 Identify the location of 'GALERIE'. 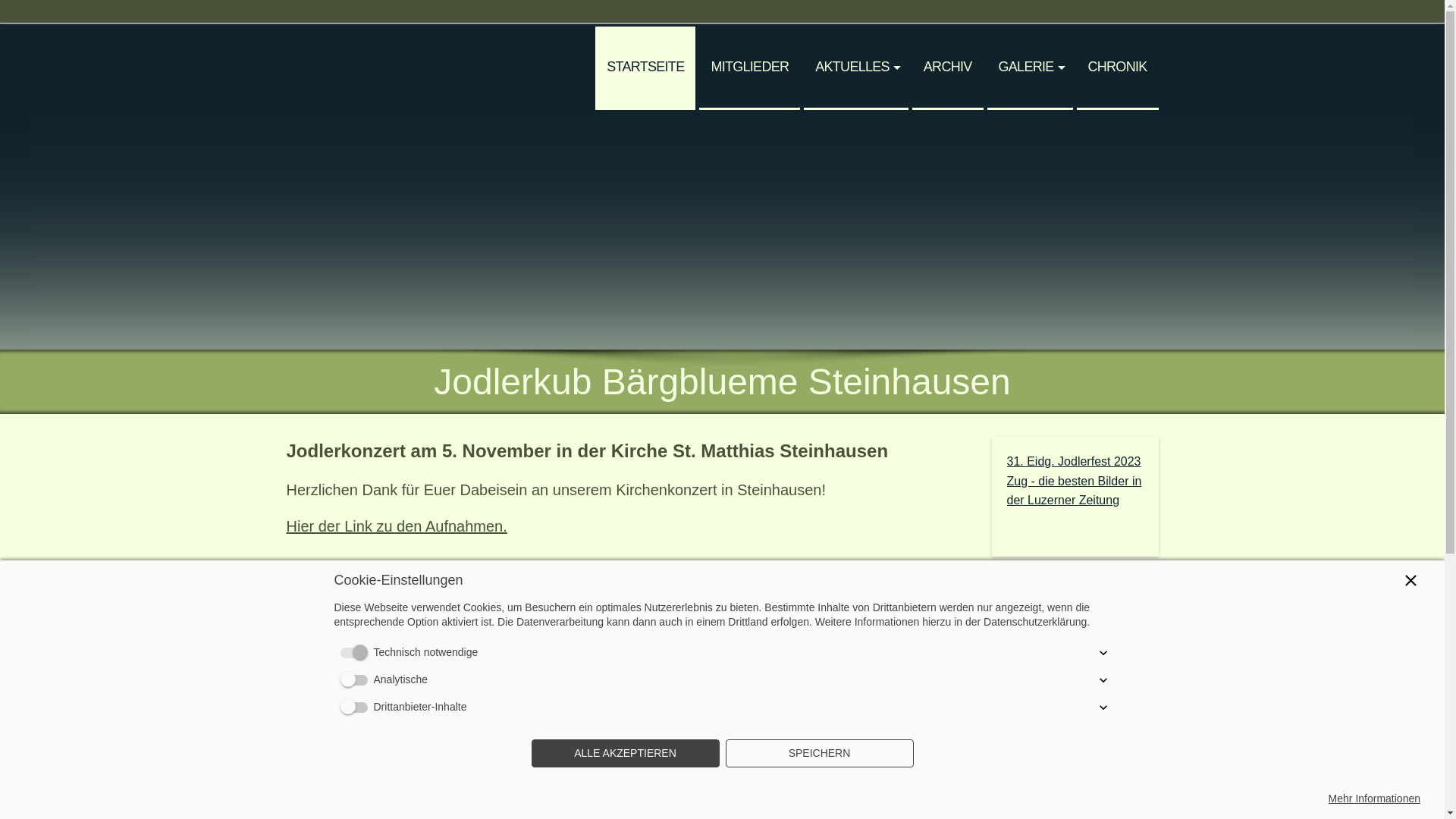
(1030, 67).